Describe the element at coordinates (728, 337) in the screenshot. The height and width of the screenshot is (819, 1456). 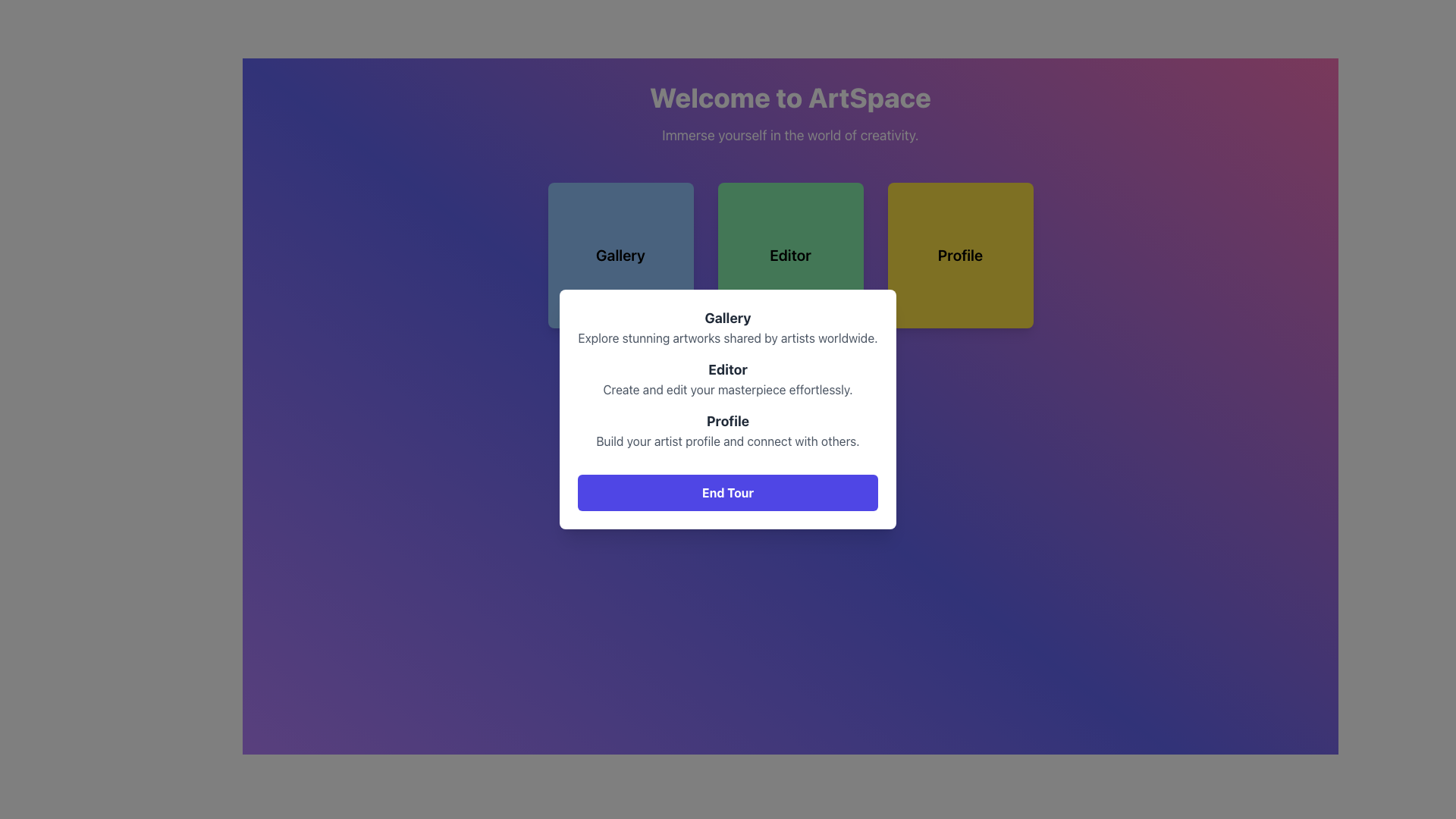
I see `the descriptive text located beneath the 'Gallery' heading in the modal window, which is styled in gray and has normal font weight` at that location.